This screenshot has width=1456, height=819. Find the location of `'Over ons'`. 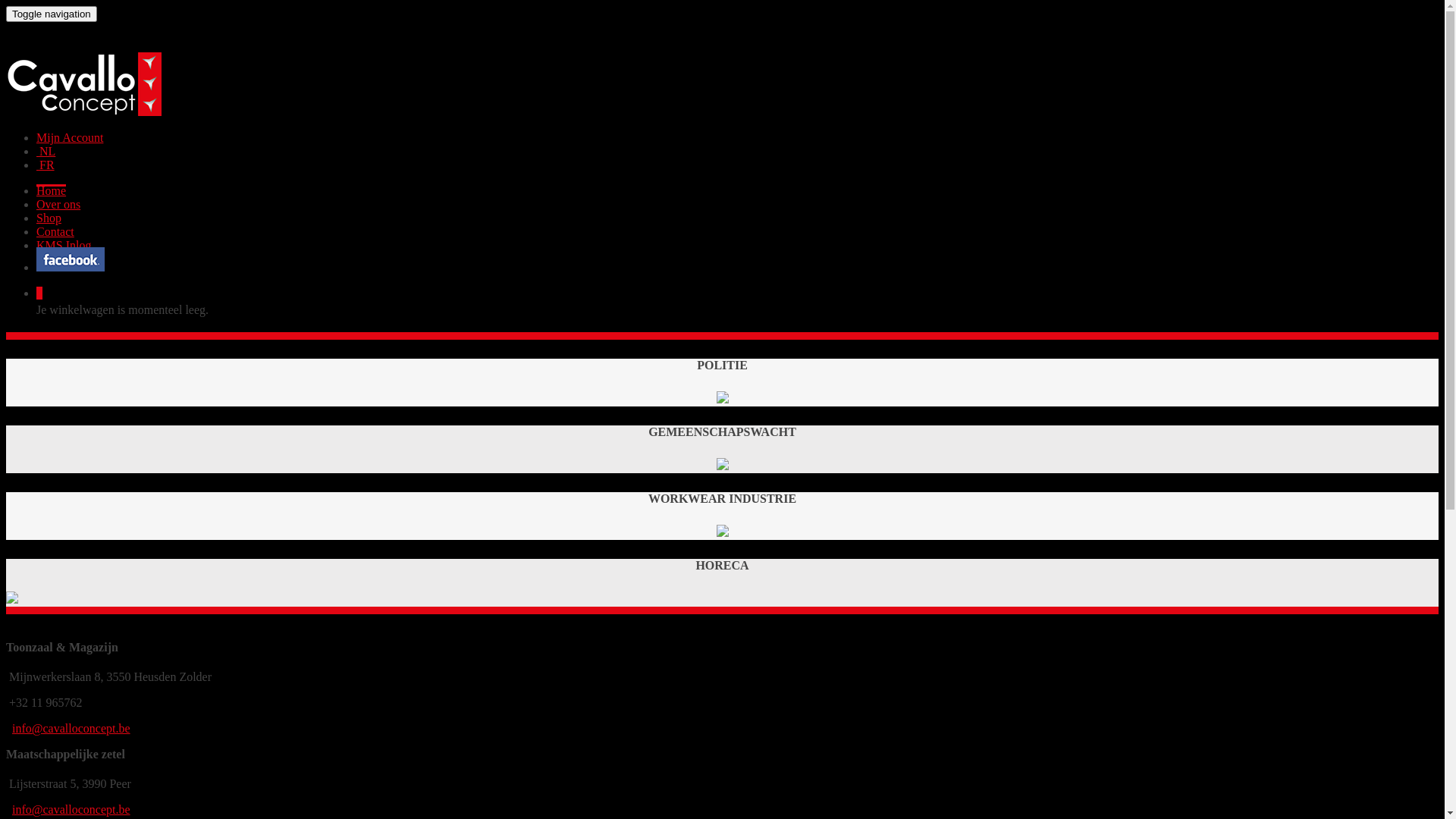

'Over ons' is located at coordinates (58, 203).